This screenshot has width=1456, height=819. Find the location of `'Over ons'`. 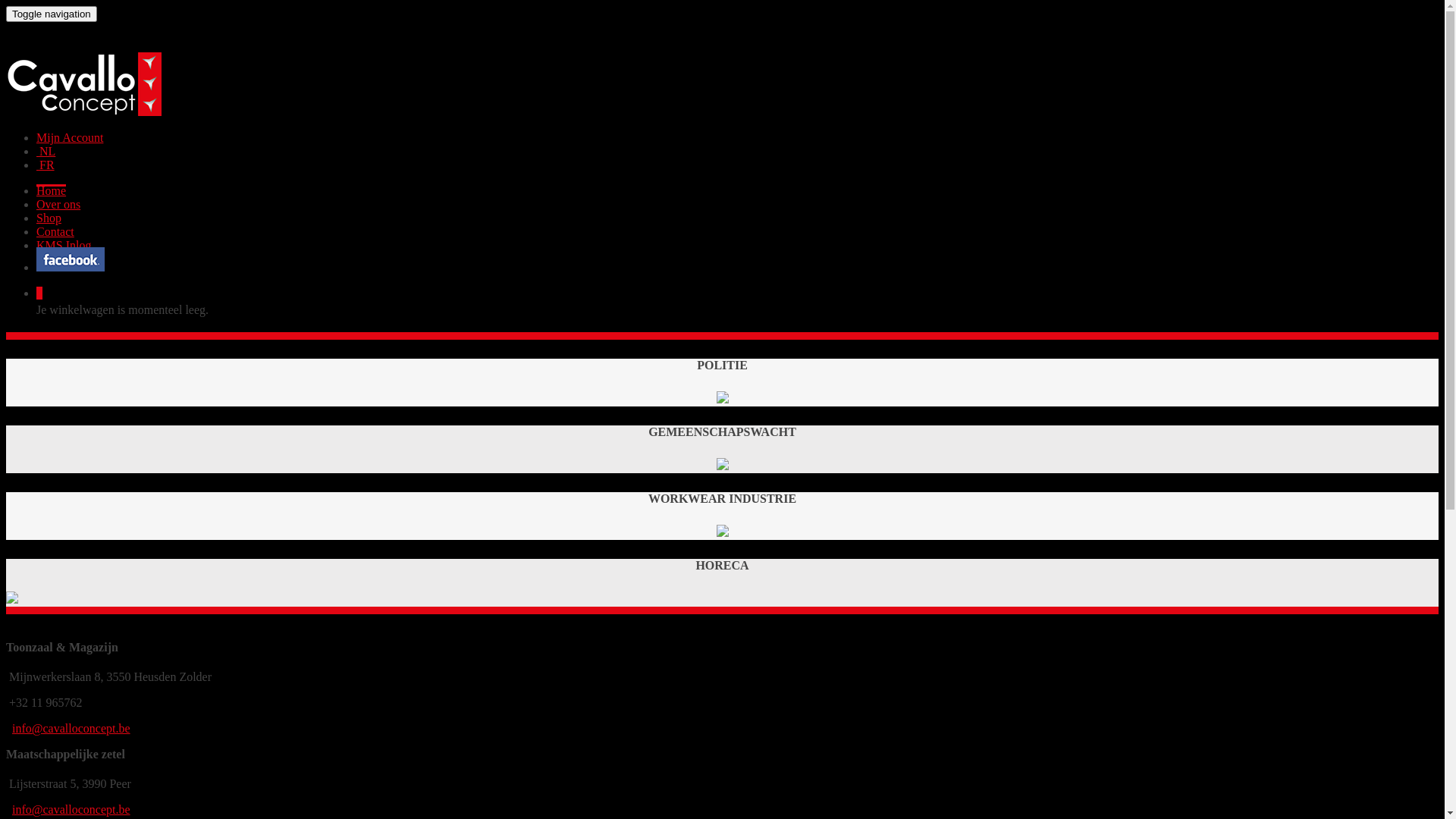

'Over ons' is located at coordinates (58, 203).